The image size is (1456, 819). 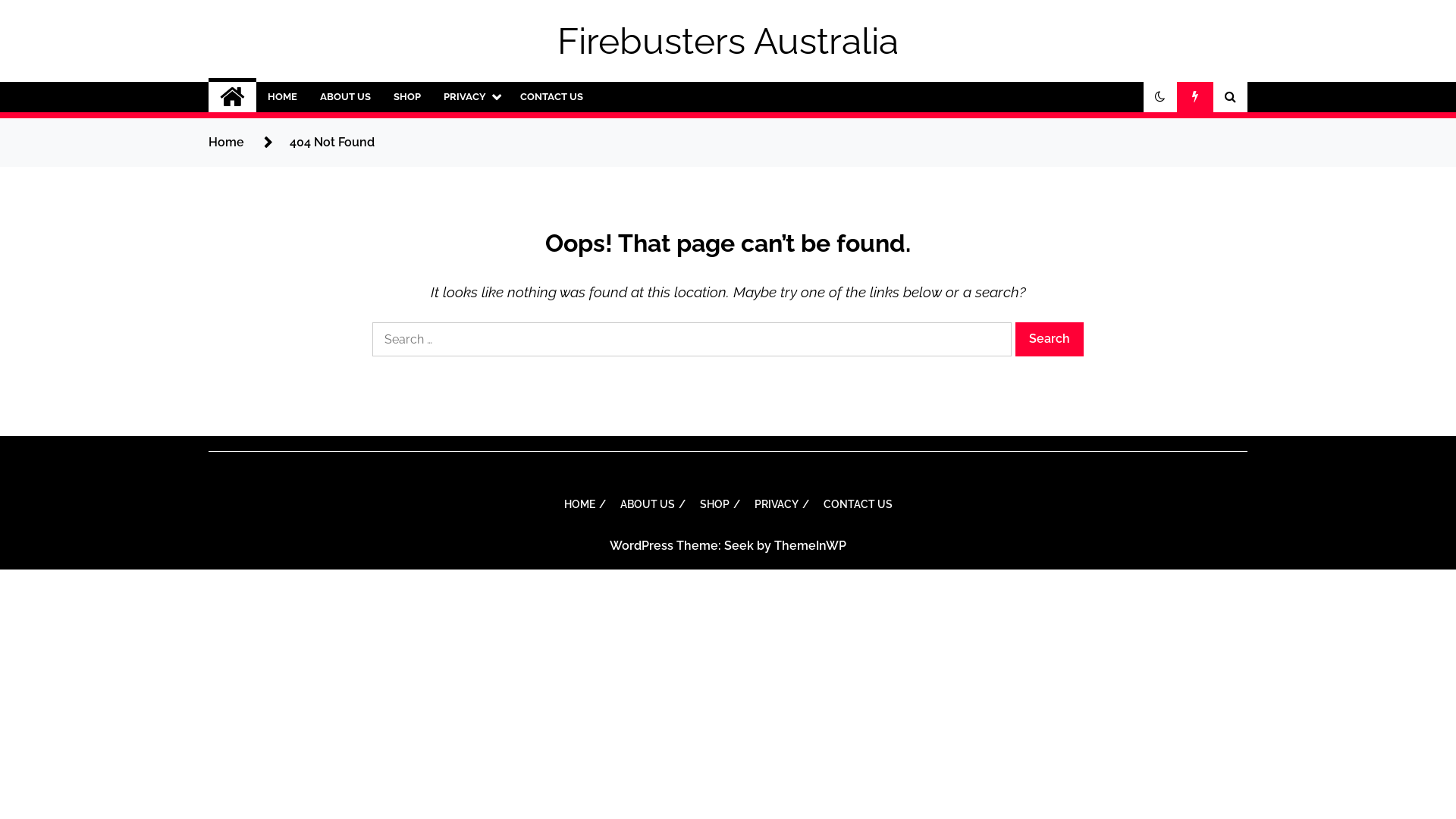 I want to click on 'PRIVACY', so click(x=469, y=96).